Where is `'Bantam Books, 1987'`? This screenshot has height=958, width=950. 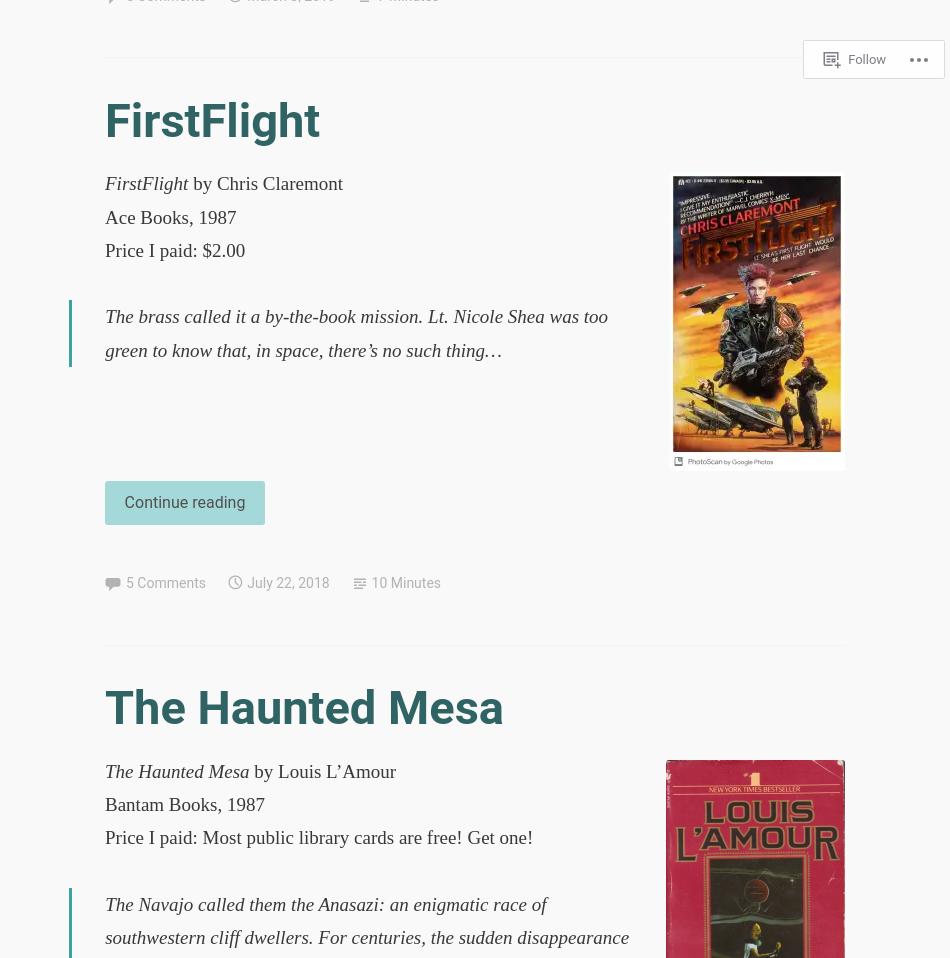
'Bantam Books, 1987' is located at coordinates (184, 803).